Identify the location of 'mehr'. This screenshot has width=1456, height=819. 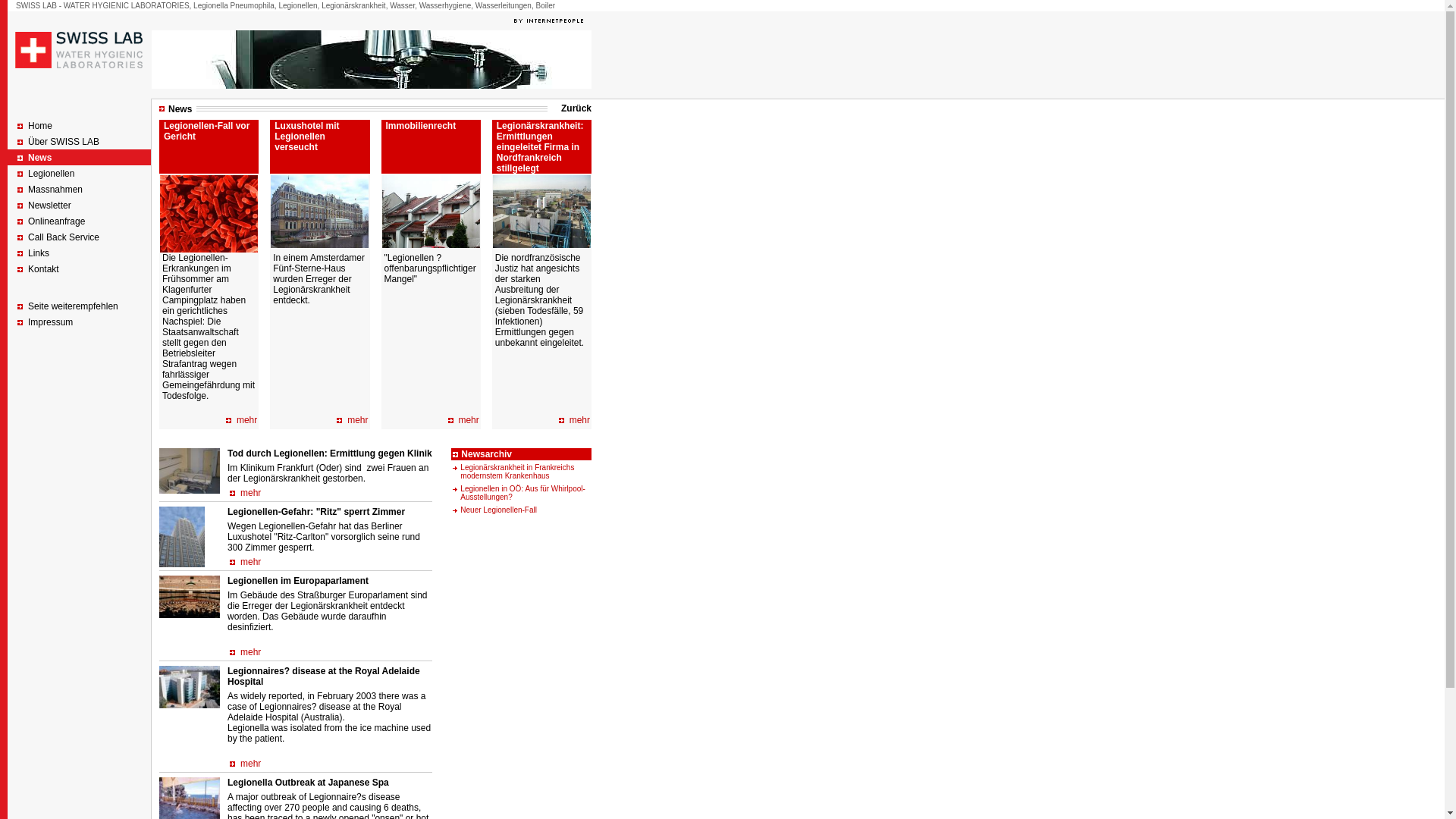
(250, 763).